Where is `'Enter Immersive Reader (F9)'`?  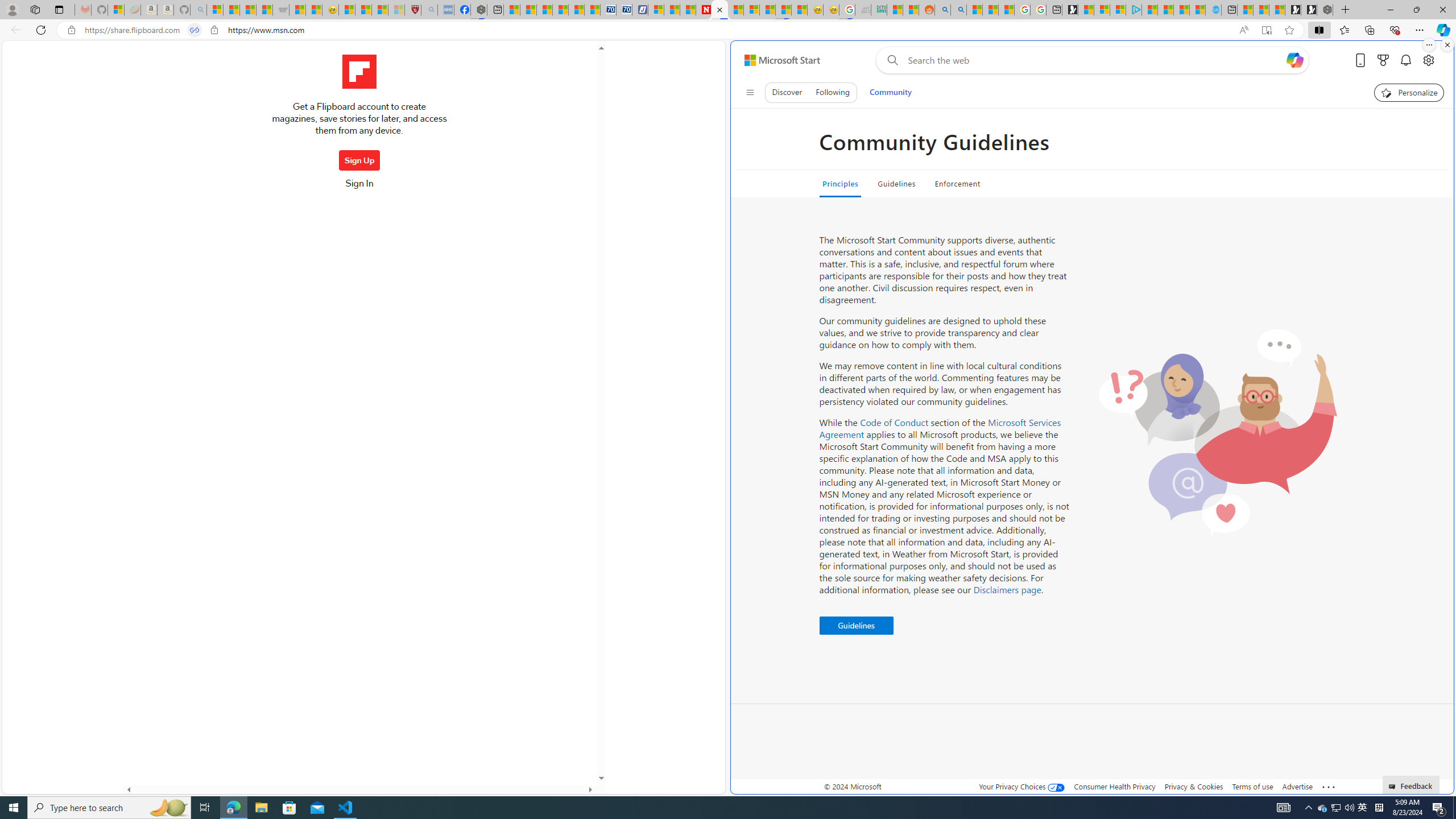
'Enter Immersive Reader (F9)' is located at coordinates (1266, 30).